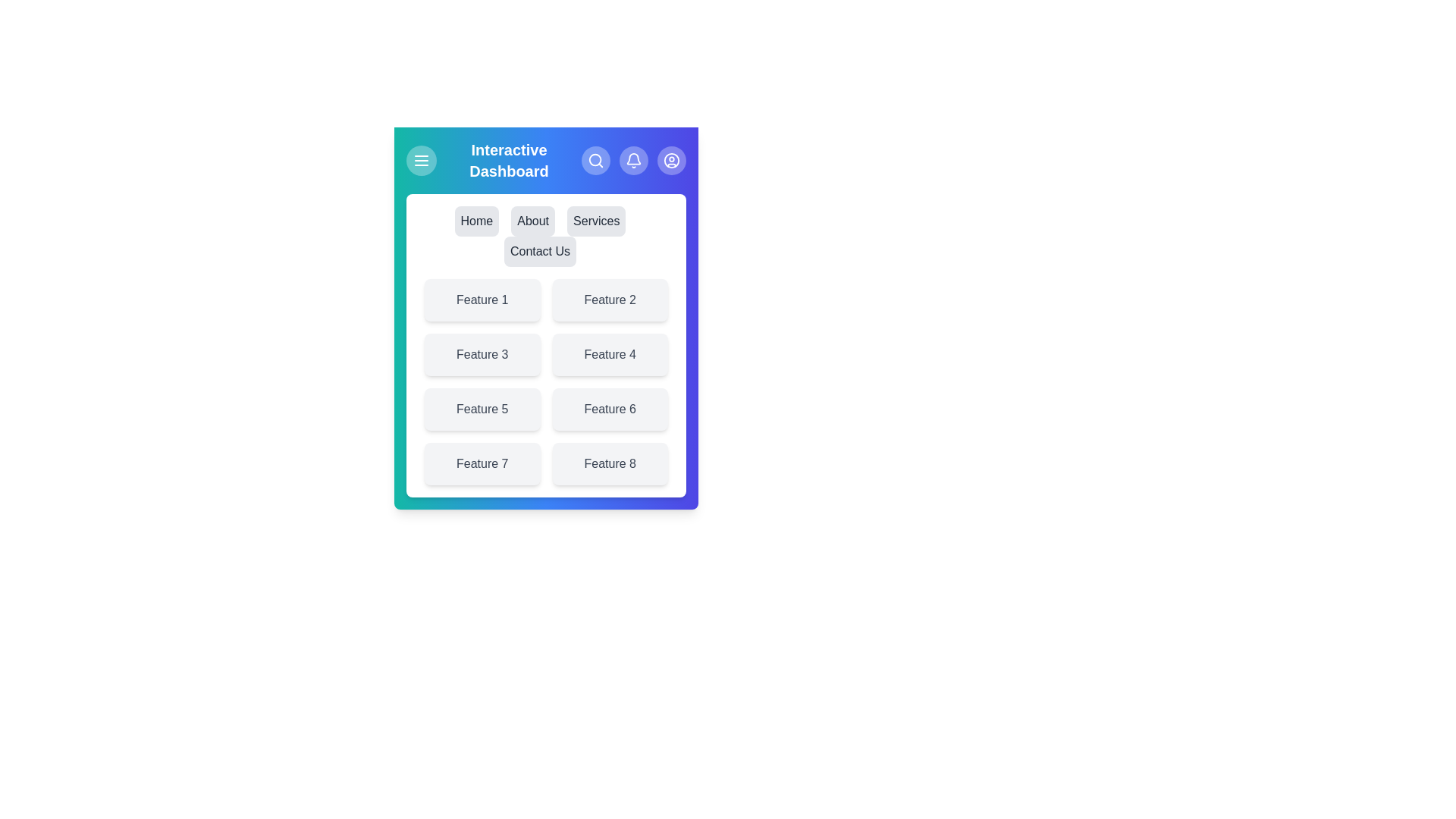  What do you see at coordinates (595, 161) in the screenshot?
I see `the search icon in the app bar` at bounding box center [595, 161].